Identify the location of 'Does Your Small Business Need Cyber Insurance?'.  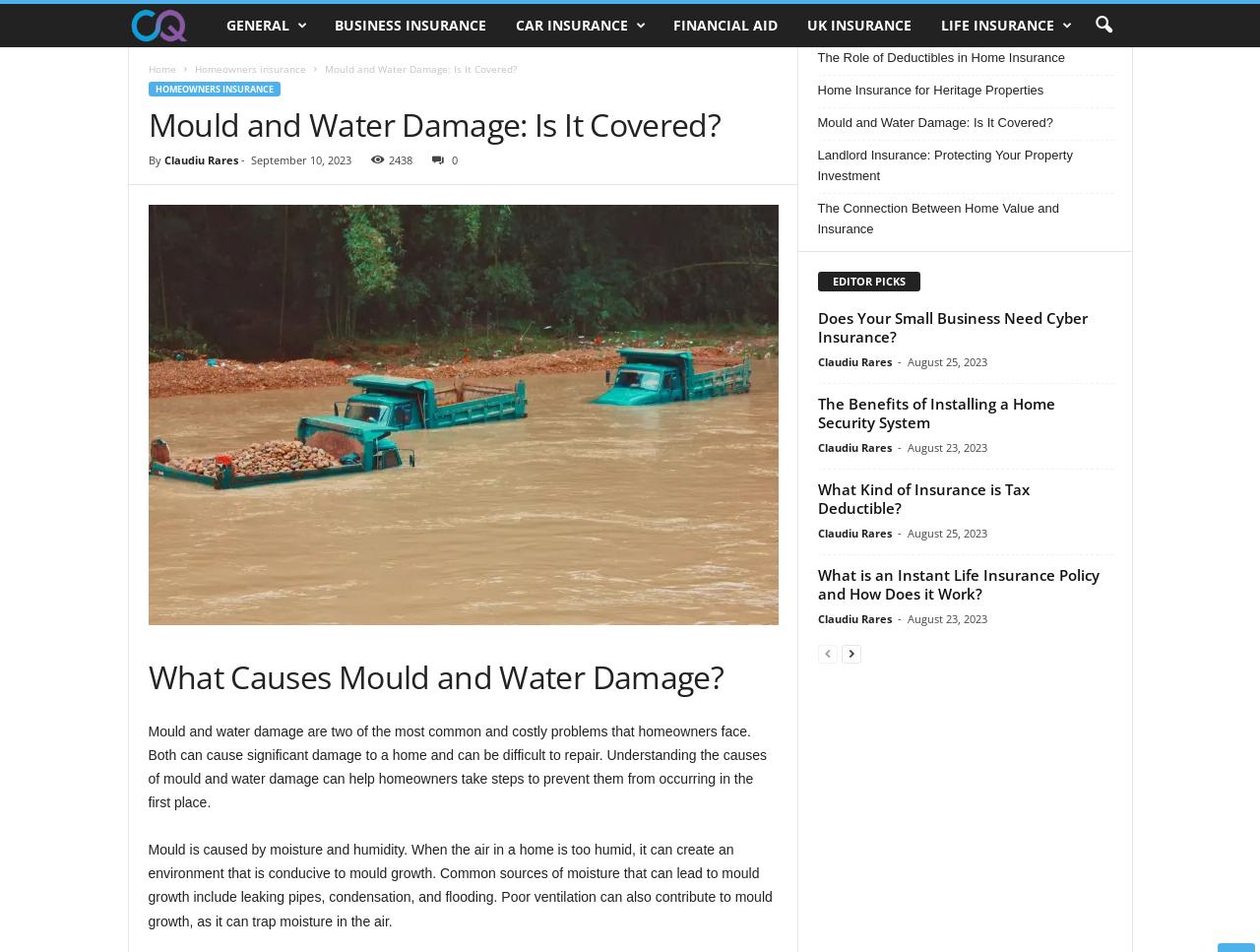
(952, 326).